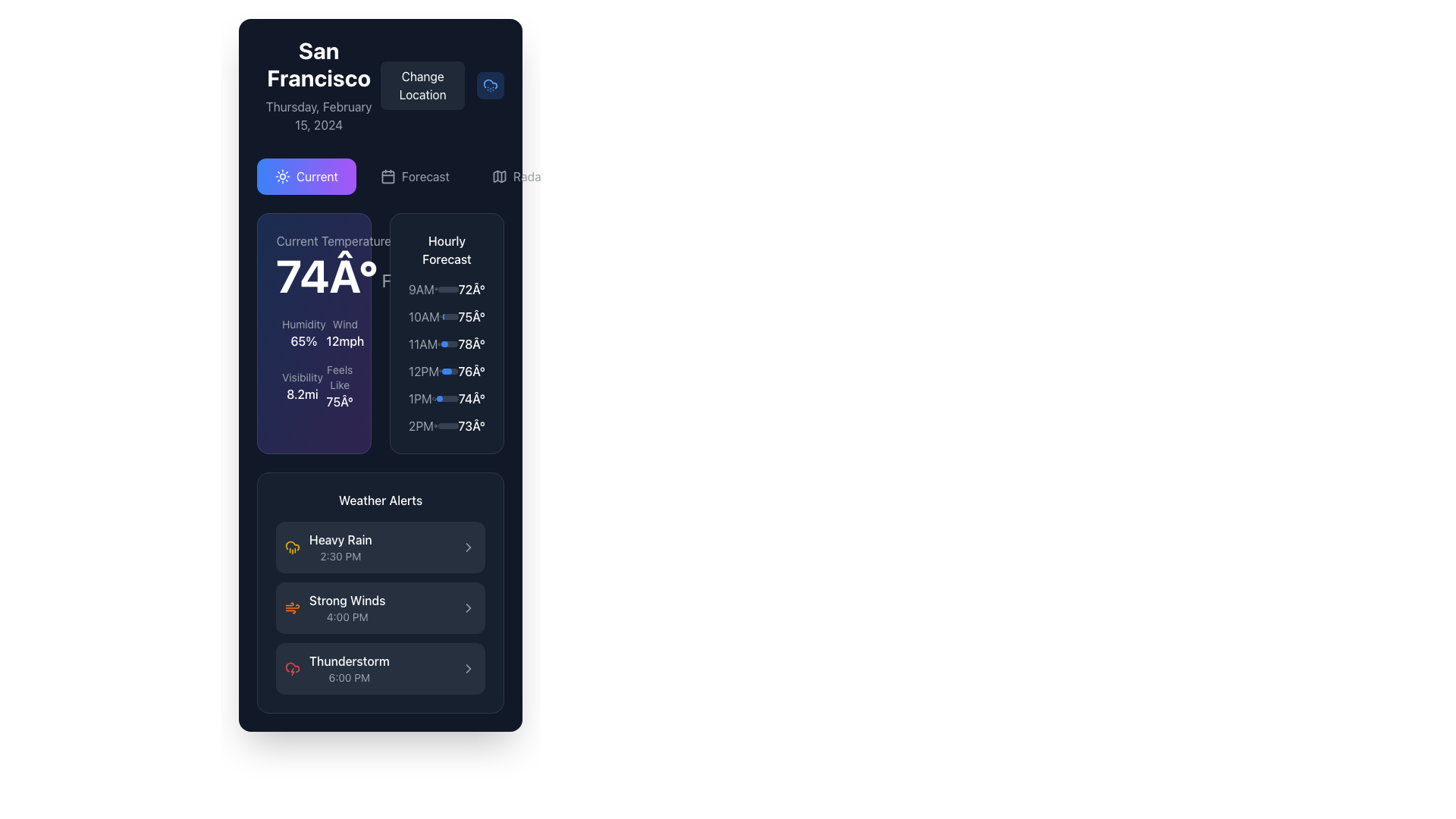 Image resolution: width=1456 pixels, height=819 pixels. What do you see at coordinates (468, 607) in the screenshot?
I see `the chevron icon located to the far right of the 'Strong Winds' alert` at bounding box center [468, 607].